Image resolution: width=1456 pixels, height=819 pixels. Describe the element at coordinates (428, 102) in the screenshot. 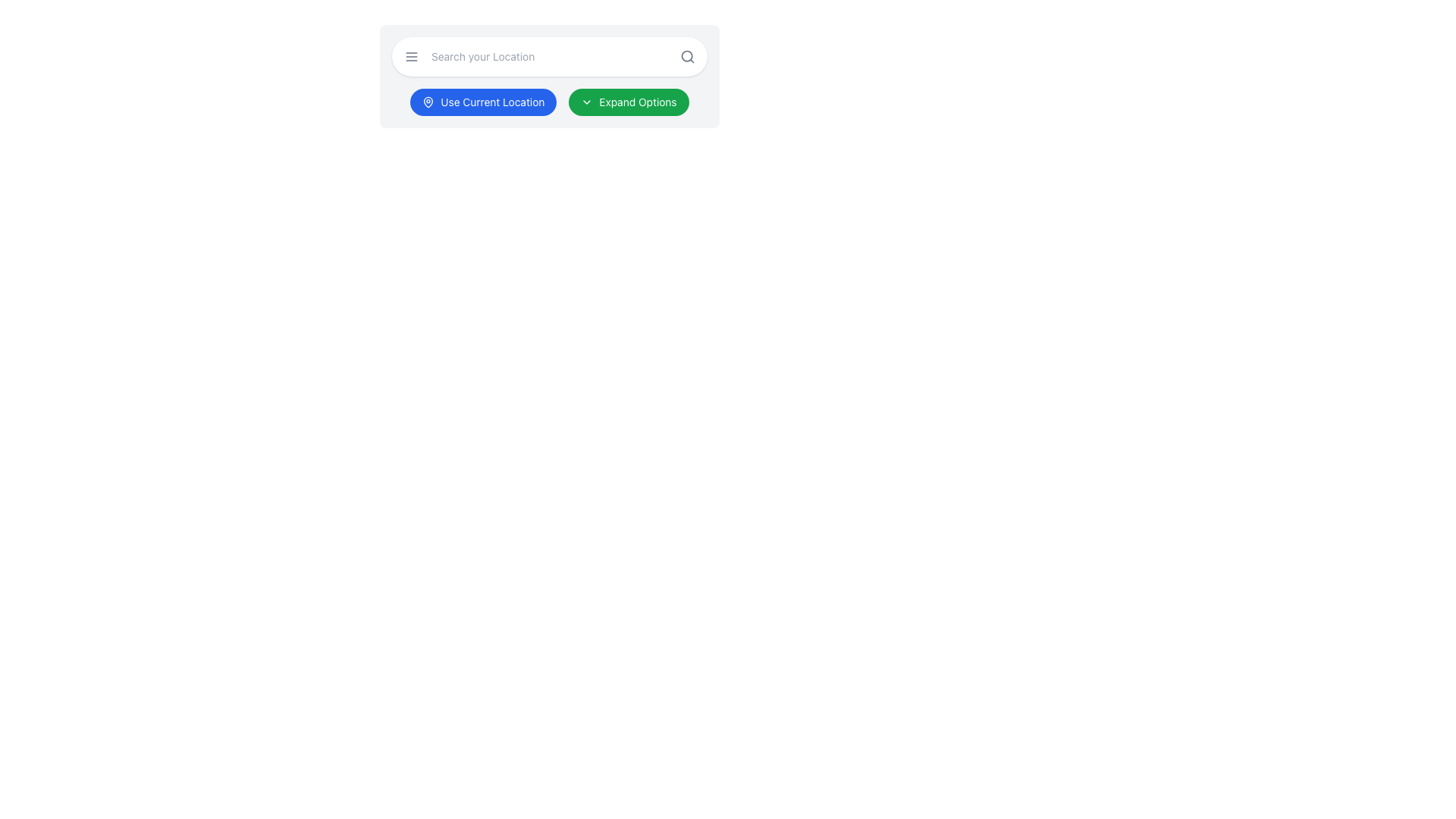

I see `the pin icon located on the leftmost part of the 'Use Current Location' button to retrieve the user's current location` at that location.